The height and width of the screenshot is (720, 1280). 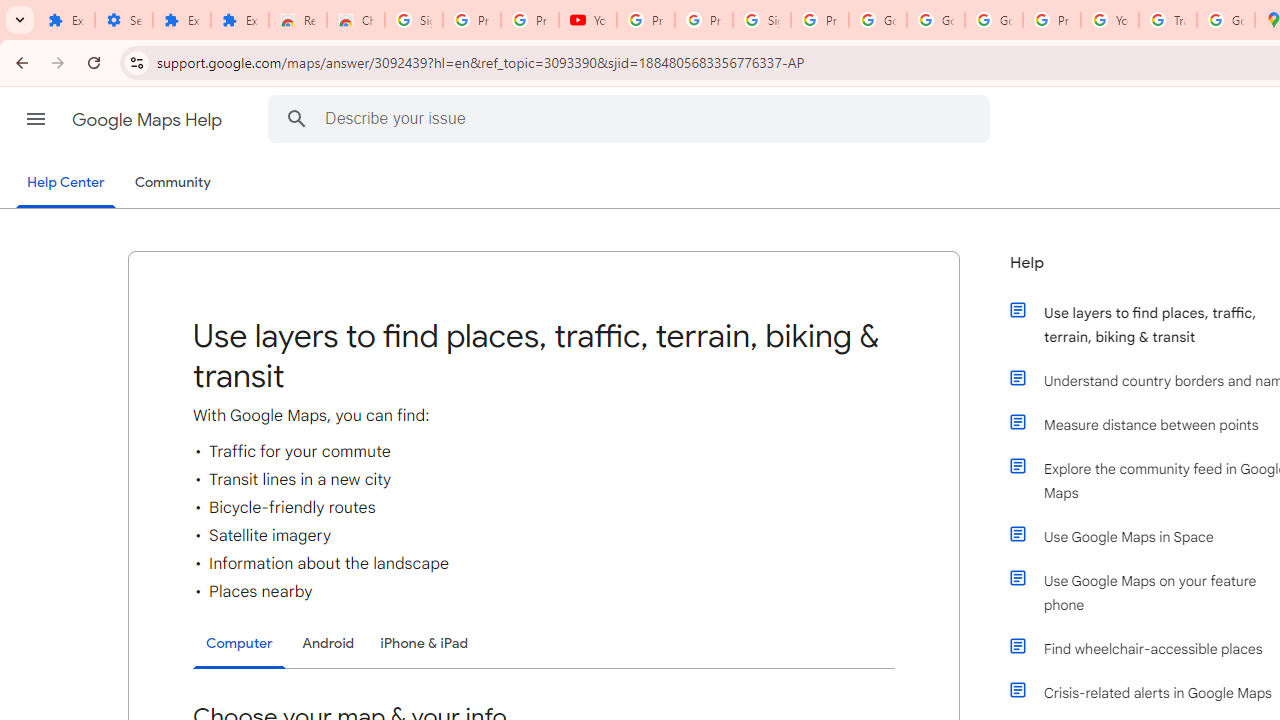 What do you see at coordinates (413, 20) in the screenshot?
I see `'Sign in - Google Accounts'` at bounding box center [413, 20].